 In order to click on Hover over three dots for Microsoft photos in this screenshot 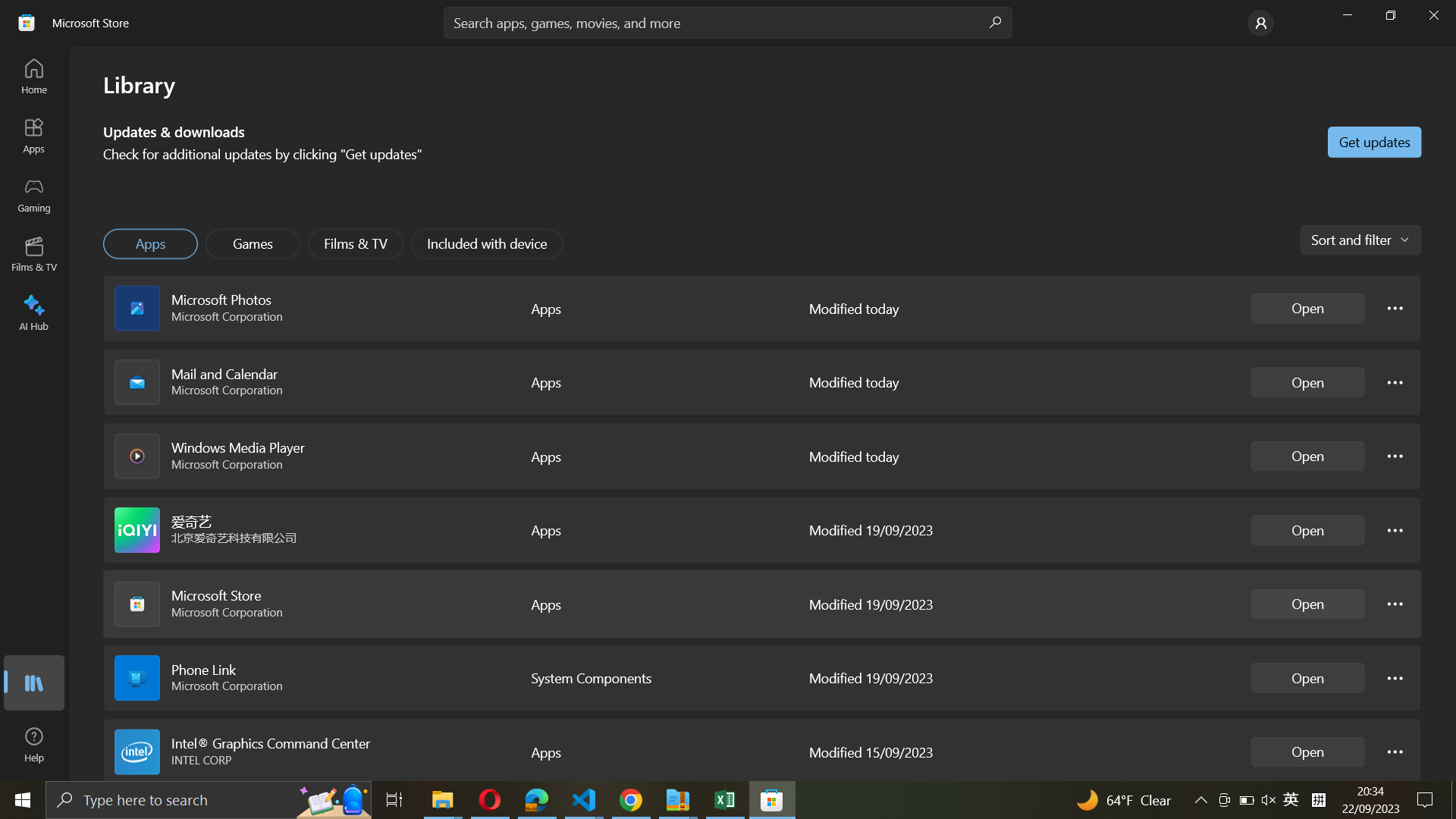, I will do `click(2676856, 333333)`.